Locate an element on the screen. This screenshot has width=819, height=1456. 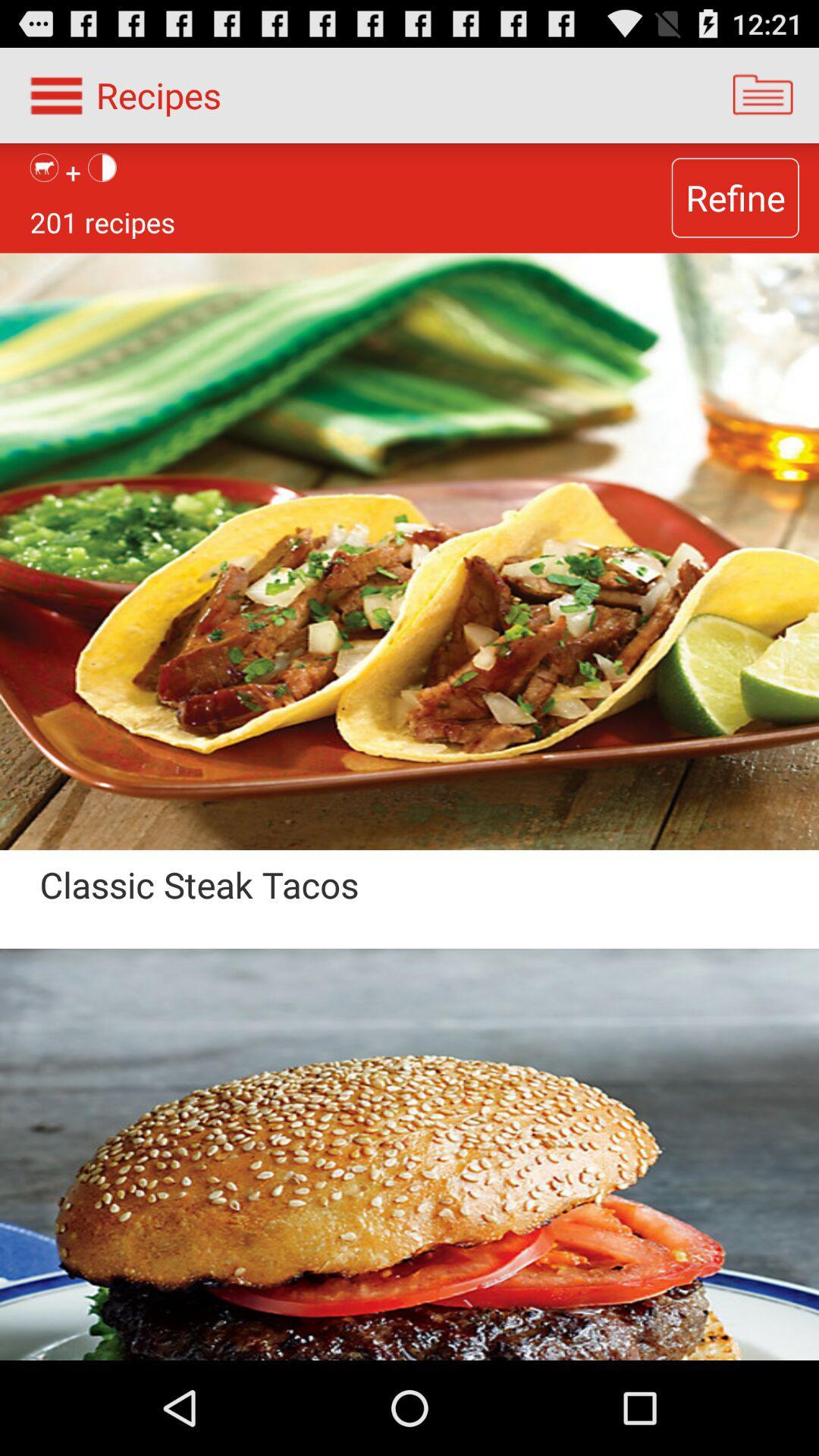
the refine button is located at coordinates (734, 196).